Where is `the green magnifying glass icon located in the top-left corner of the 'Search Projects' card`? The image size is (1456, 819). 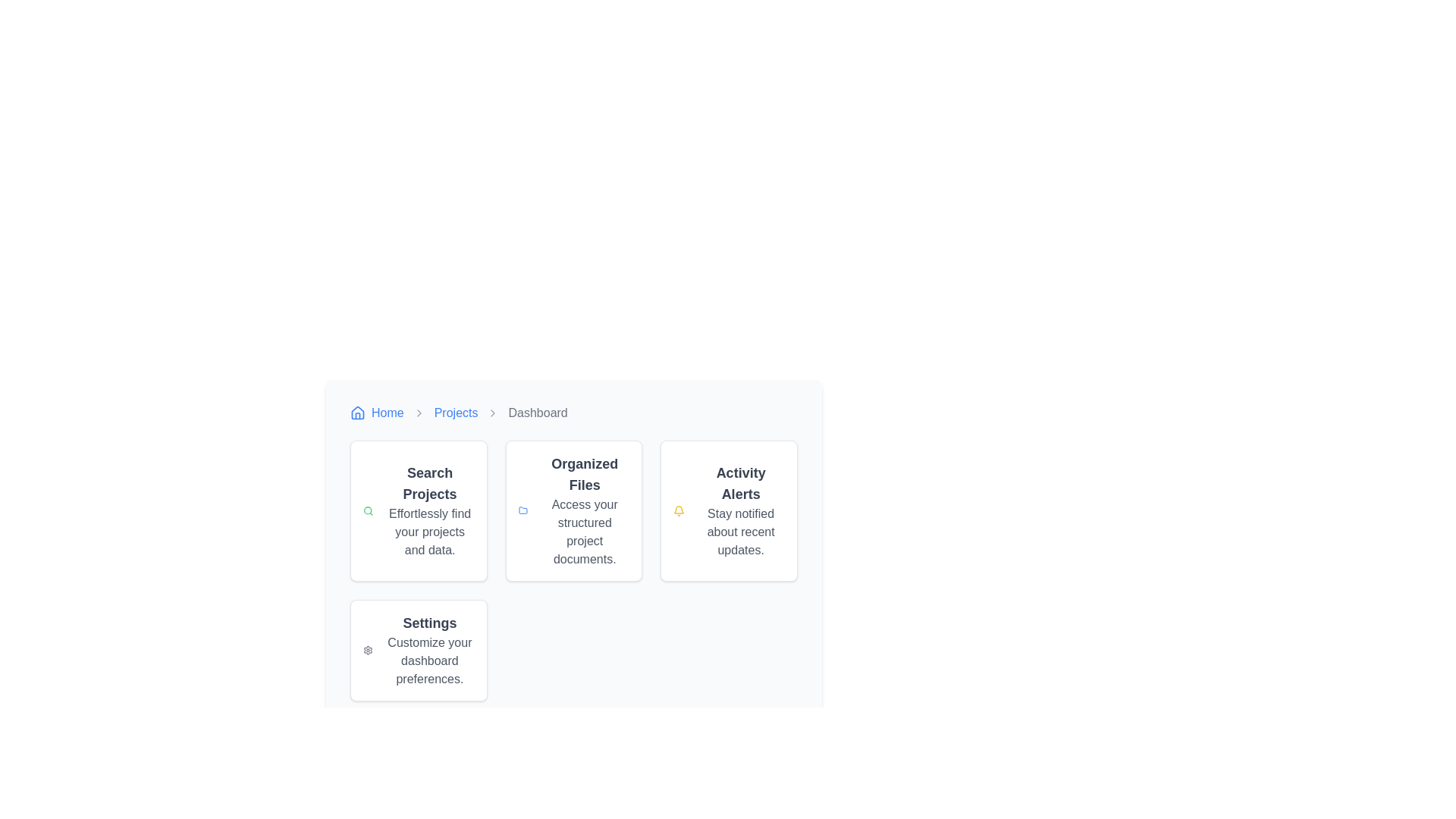
the green magnifying glass icon located in the top-left corner of the 'Search Projects' card is located at coordinates (368, 511).